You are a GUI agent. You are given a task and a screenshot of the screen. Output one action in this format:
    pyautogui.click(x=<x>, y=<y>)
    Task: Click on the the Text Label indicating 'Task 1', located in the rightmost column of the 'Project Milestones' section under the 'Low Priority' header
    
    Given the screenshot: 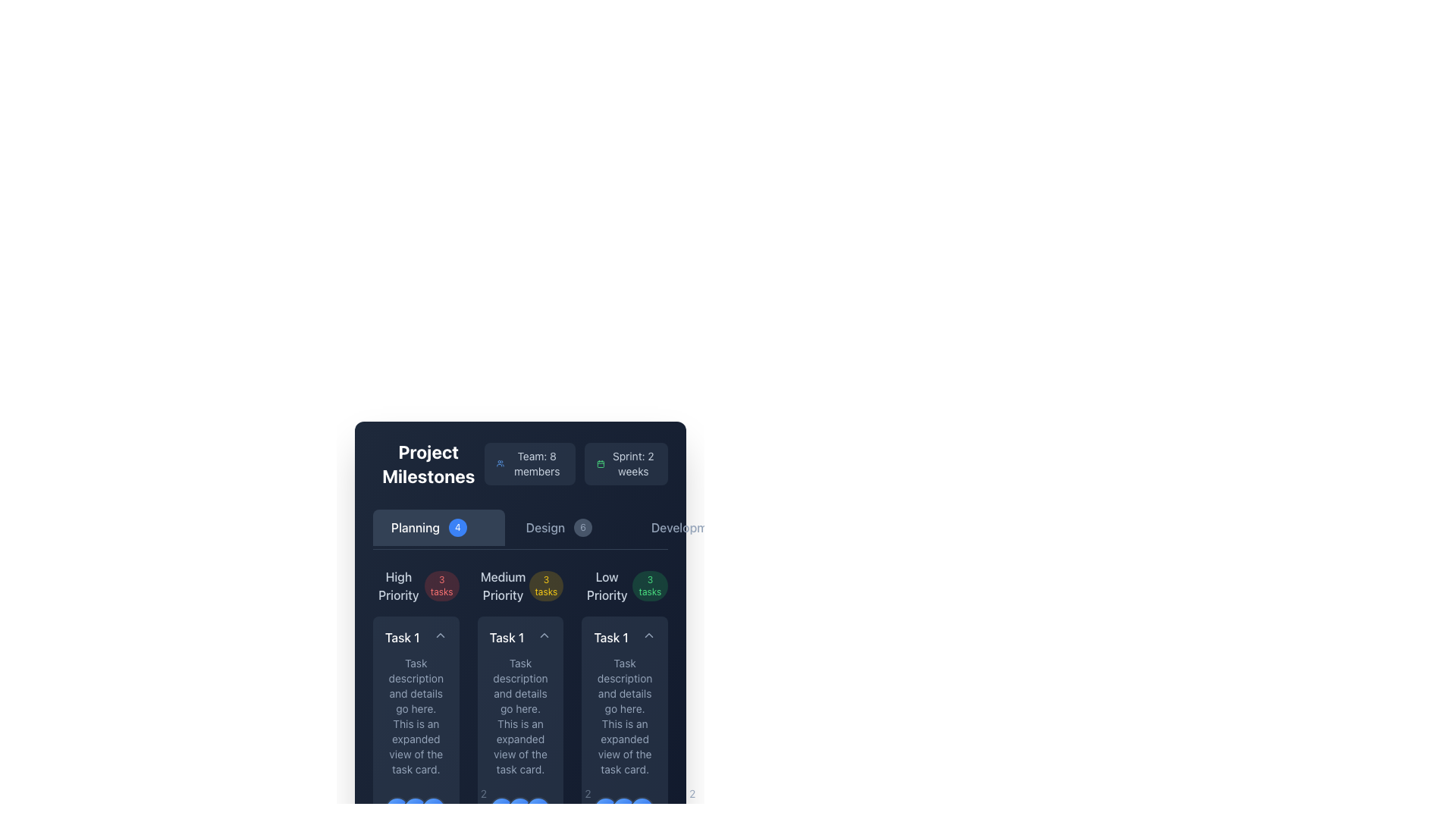 What is the action you would take?
    pyautogui.click(x=611, y=637)
    